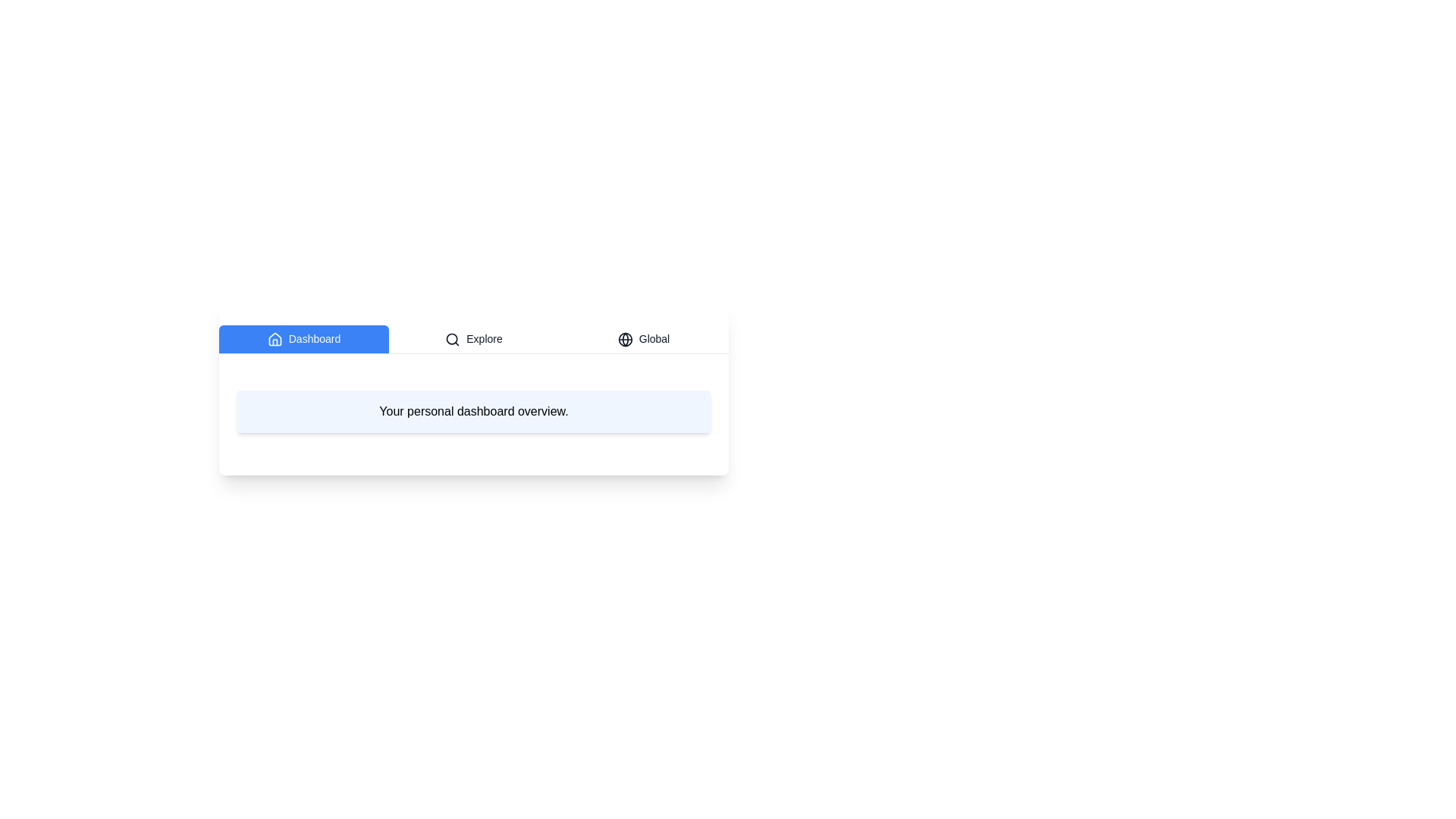 This screenshot has width=1456, height=819. Describe the element at coordinates (644, 338) in the screenshot. I see `the Global tab to read its content` at that location.